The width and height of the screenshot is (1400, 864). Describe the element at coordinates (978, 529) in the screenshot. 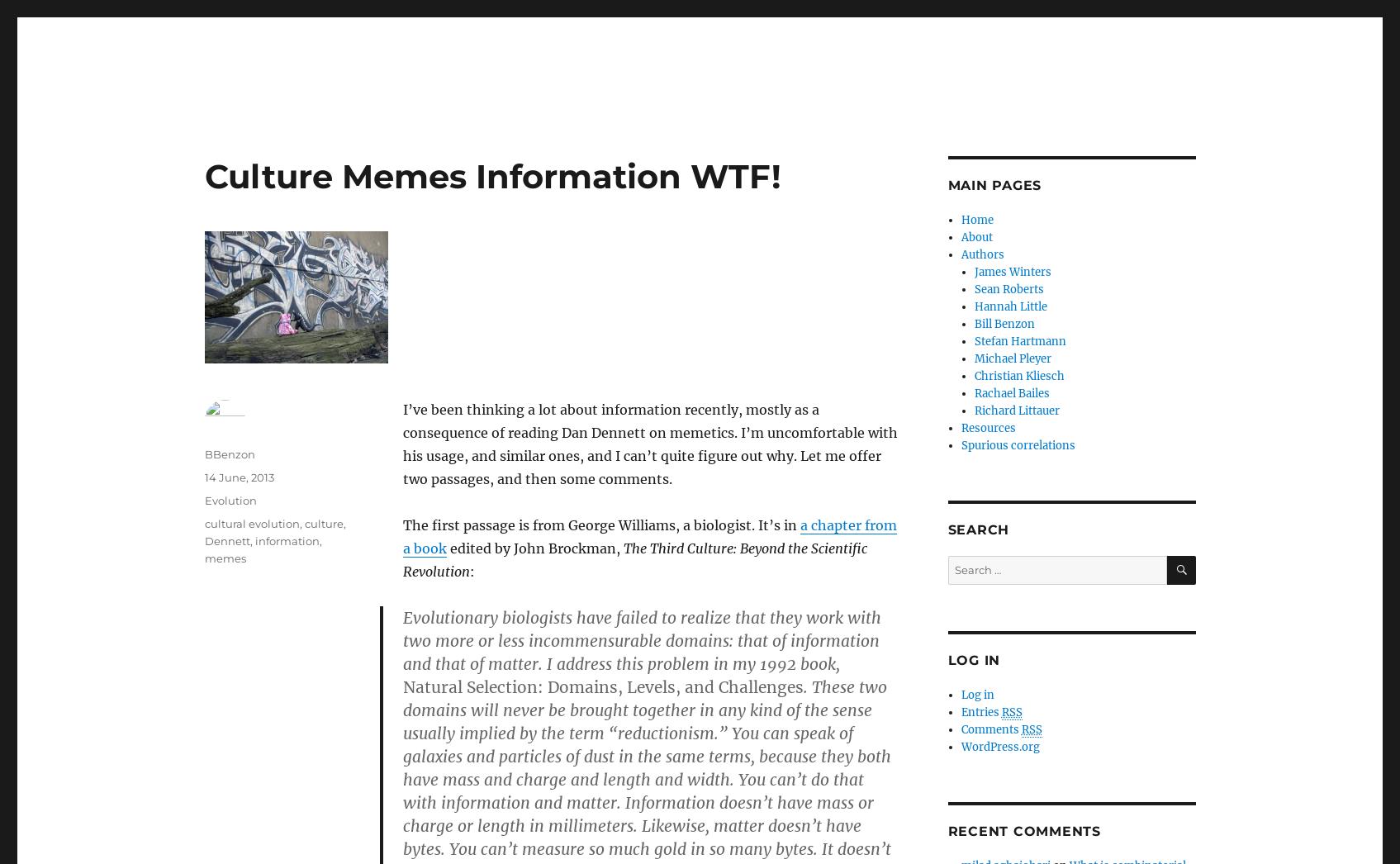

I see `'Search'` at that location.